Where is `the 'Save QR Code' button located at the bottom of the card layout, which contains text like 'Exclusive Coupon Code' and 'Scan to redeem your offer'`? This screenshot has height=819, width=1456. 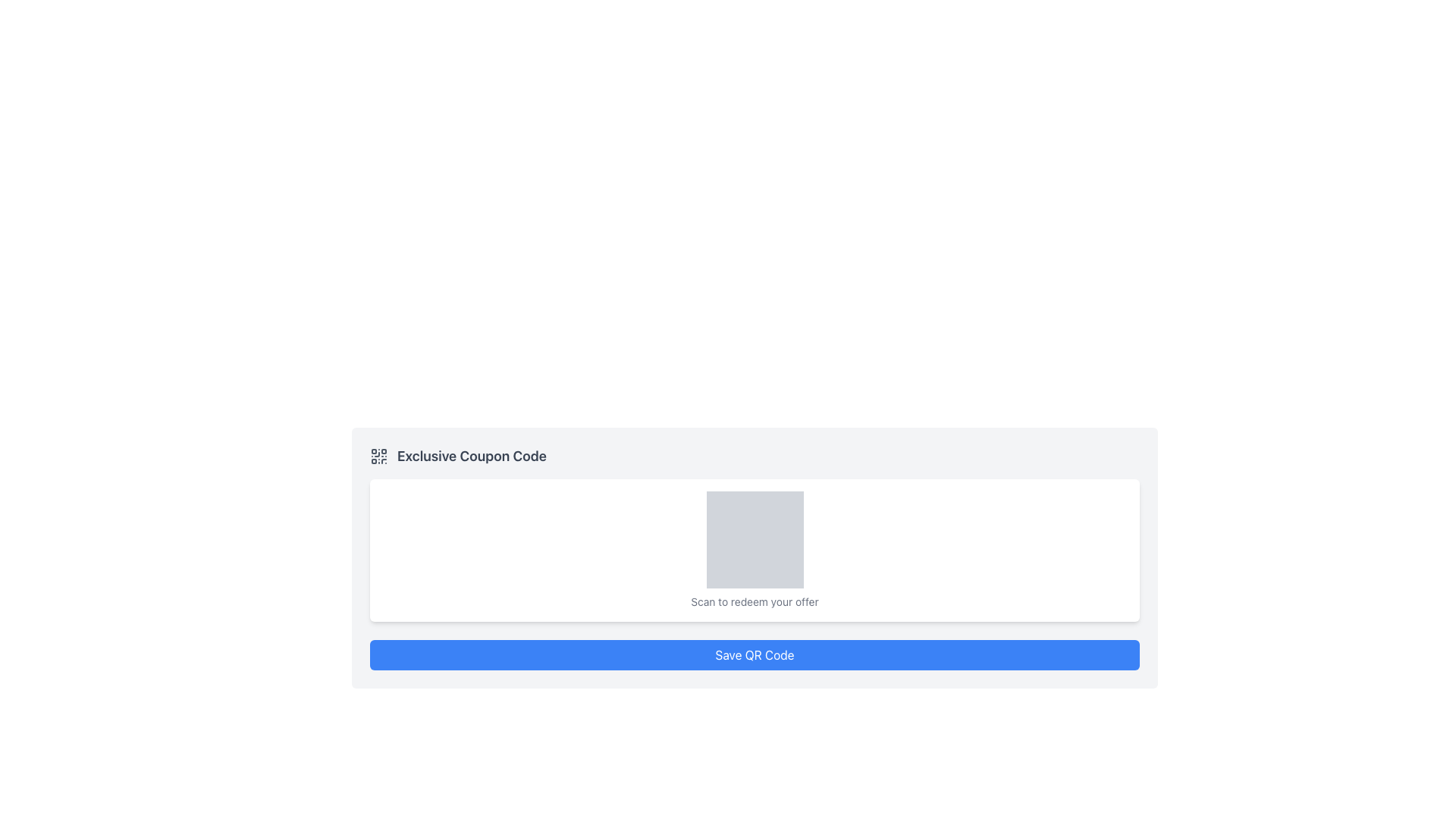 the 'Save QR Code' button located at the bottom of the card layout, which contains text like 'Exclusive Coupon Code' and 'Scan to redeem your offer' is located at coordinates (755, 654).